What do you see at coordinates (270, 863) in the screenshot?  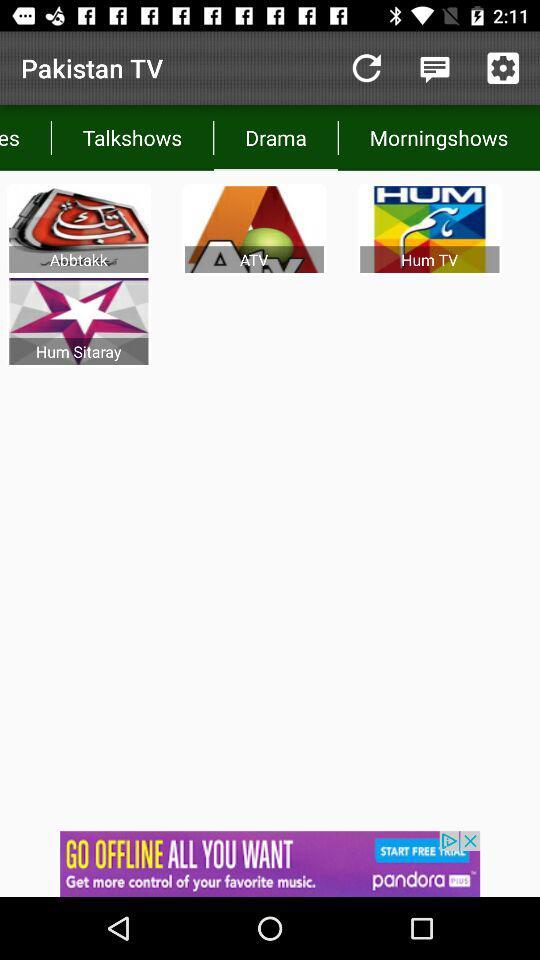 I see `click bottom advertisement` at bounding box center [270, 863].